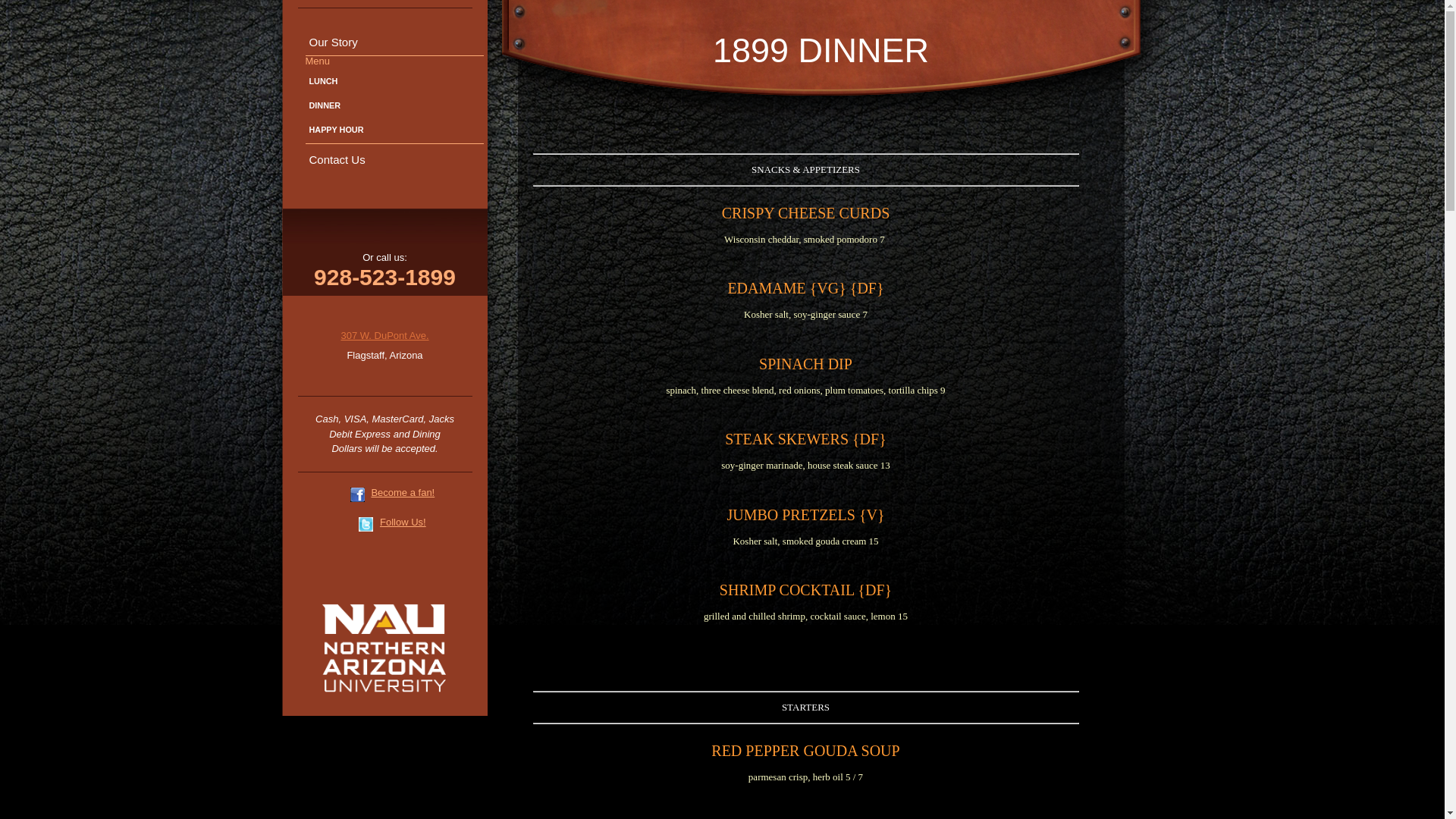 This screenshot has width=1456, height=819. Describe the element at coordinates (394, 129) in the screenshot. I see `'HAPPY HOUR'` at that location.